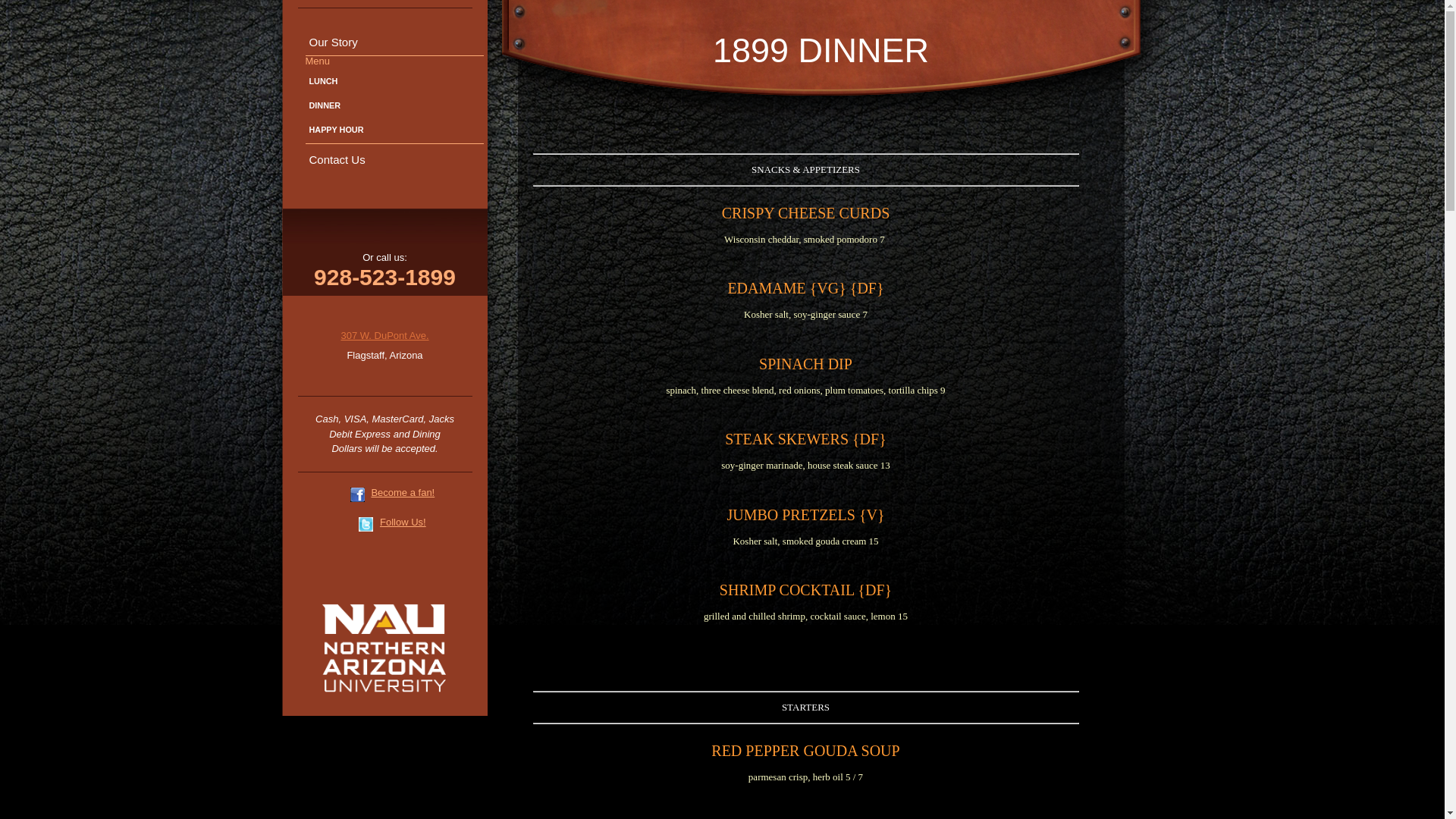 This screenshot has width=1456, height=819. Describe the element at coordinates (394, 129) in the screenshot. I see `'HAPPY HOUR'` at that location.